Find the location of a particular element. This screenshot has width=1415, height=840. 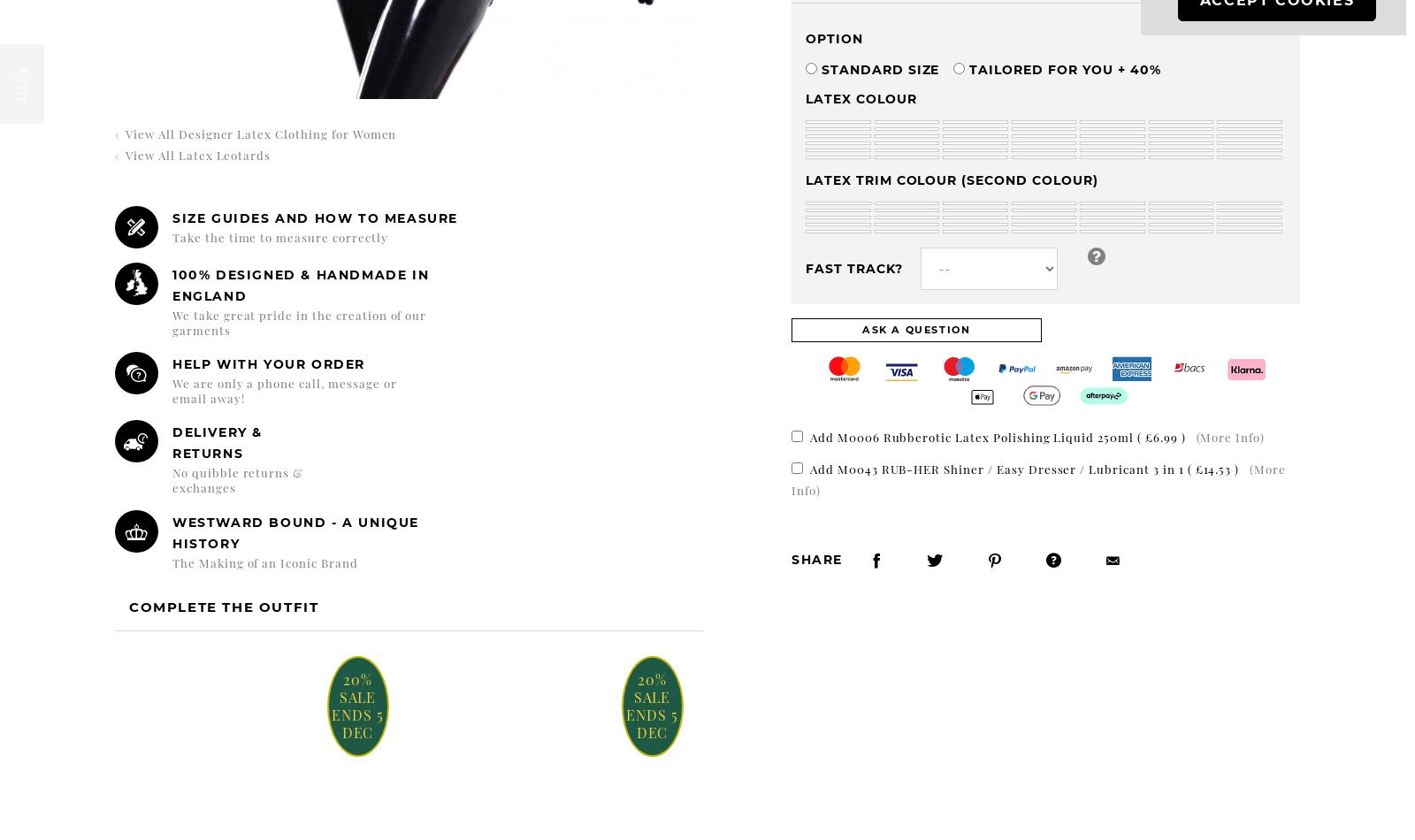

'Latex Trim Colour (Second Colour)' is located at coordinates (805, 179).